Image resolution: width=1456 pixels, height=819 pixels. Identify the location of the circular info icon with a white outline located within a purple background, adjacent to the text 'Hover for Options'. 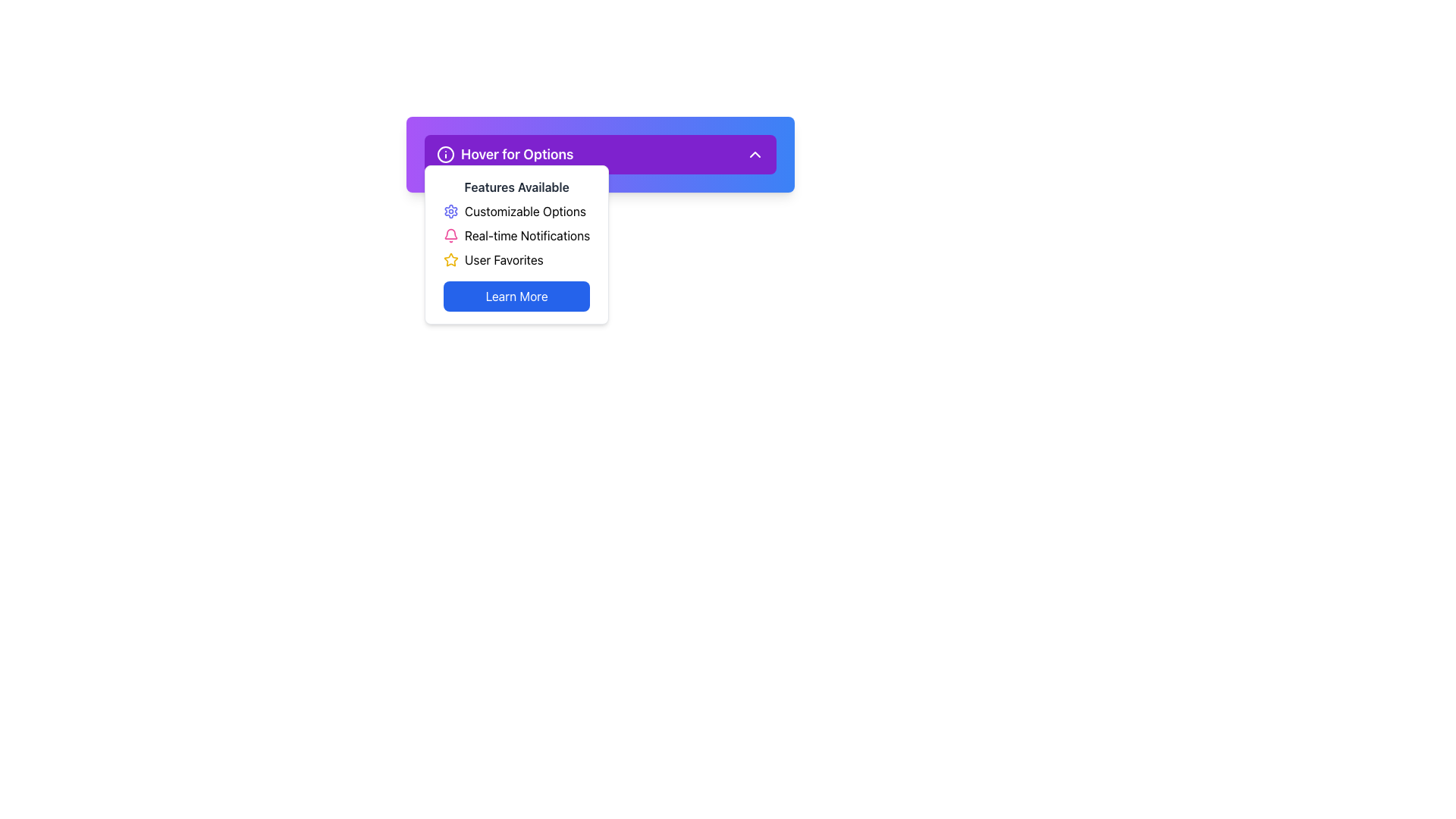
(445, 155).